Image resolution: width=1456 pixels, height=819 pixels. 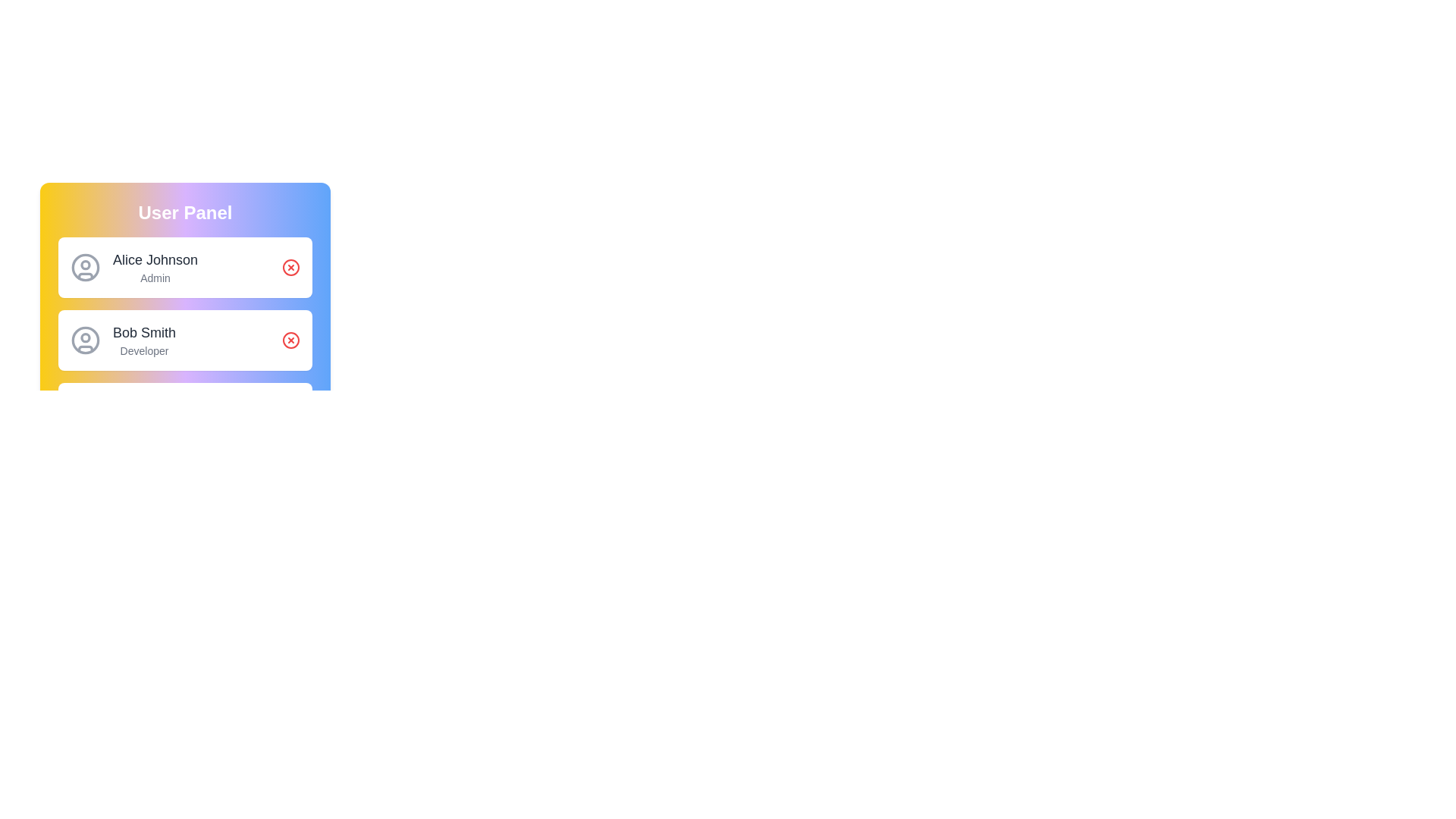 What do you see at coordinates (85, 339) in the screenshot?
I see `the circular user profile icon with a gray outline and a simplistic user silhouette, located to the left of the text 'Bob Smith' in the 'User Panel' interface` at bounding box center [85, 339].